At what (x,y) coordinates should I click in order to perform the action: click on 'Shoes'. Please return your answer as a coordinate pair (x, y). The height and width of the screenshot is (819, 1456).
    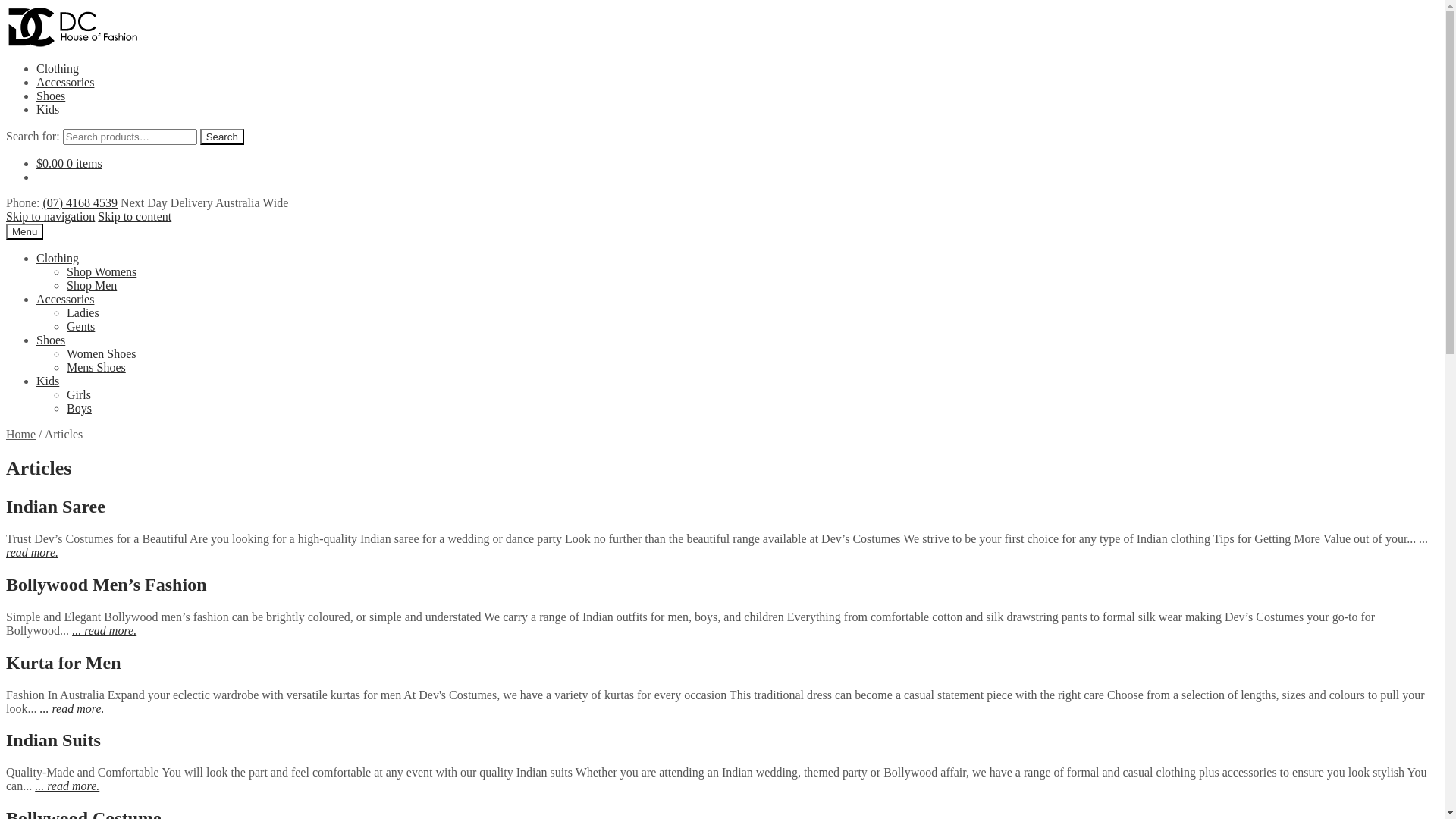
    Looking at the image, I should click on (51, 96).